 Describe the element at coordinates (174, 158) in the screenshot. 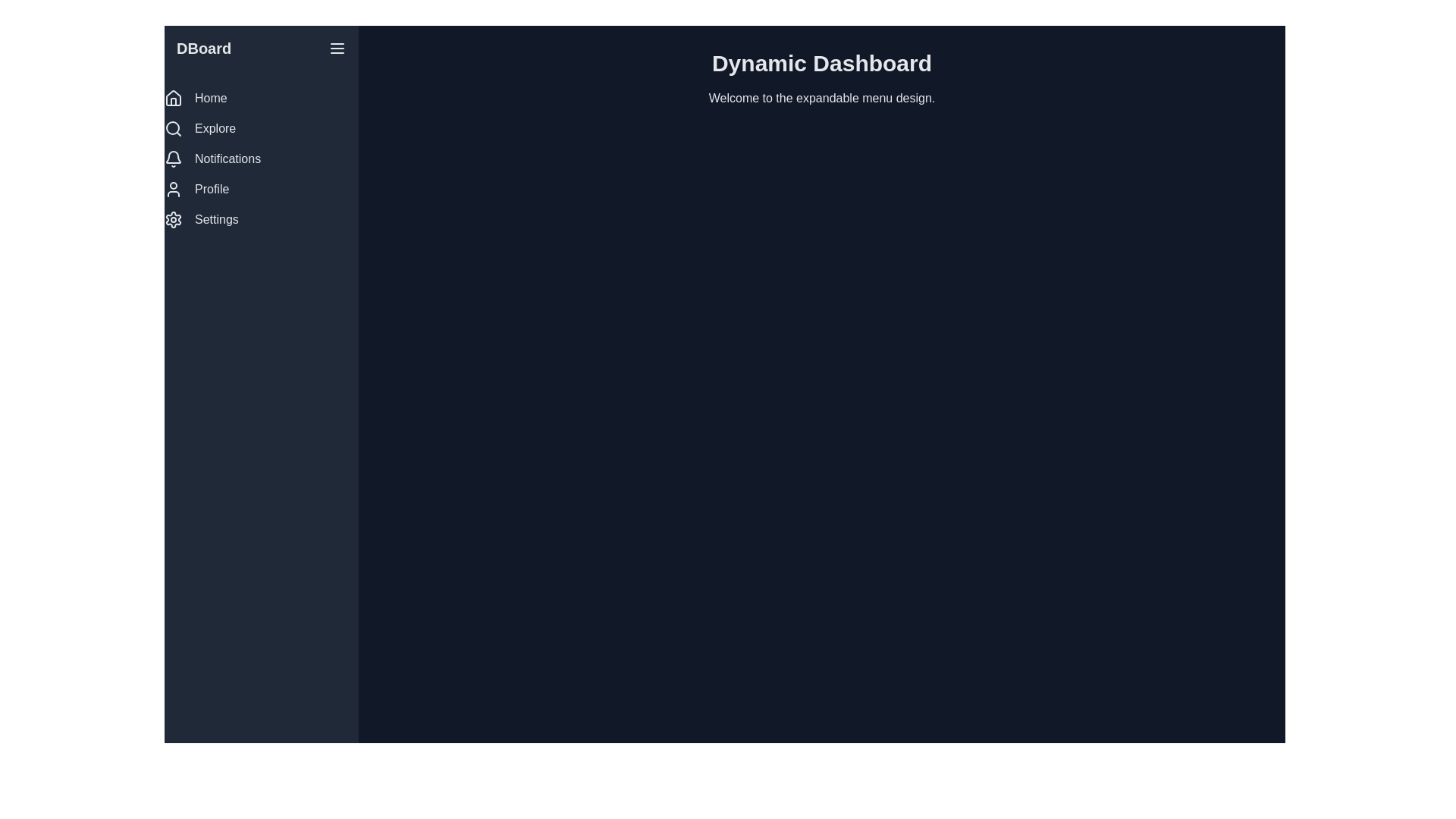

I see `the bell icon in the left sidebar menu` at that location.